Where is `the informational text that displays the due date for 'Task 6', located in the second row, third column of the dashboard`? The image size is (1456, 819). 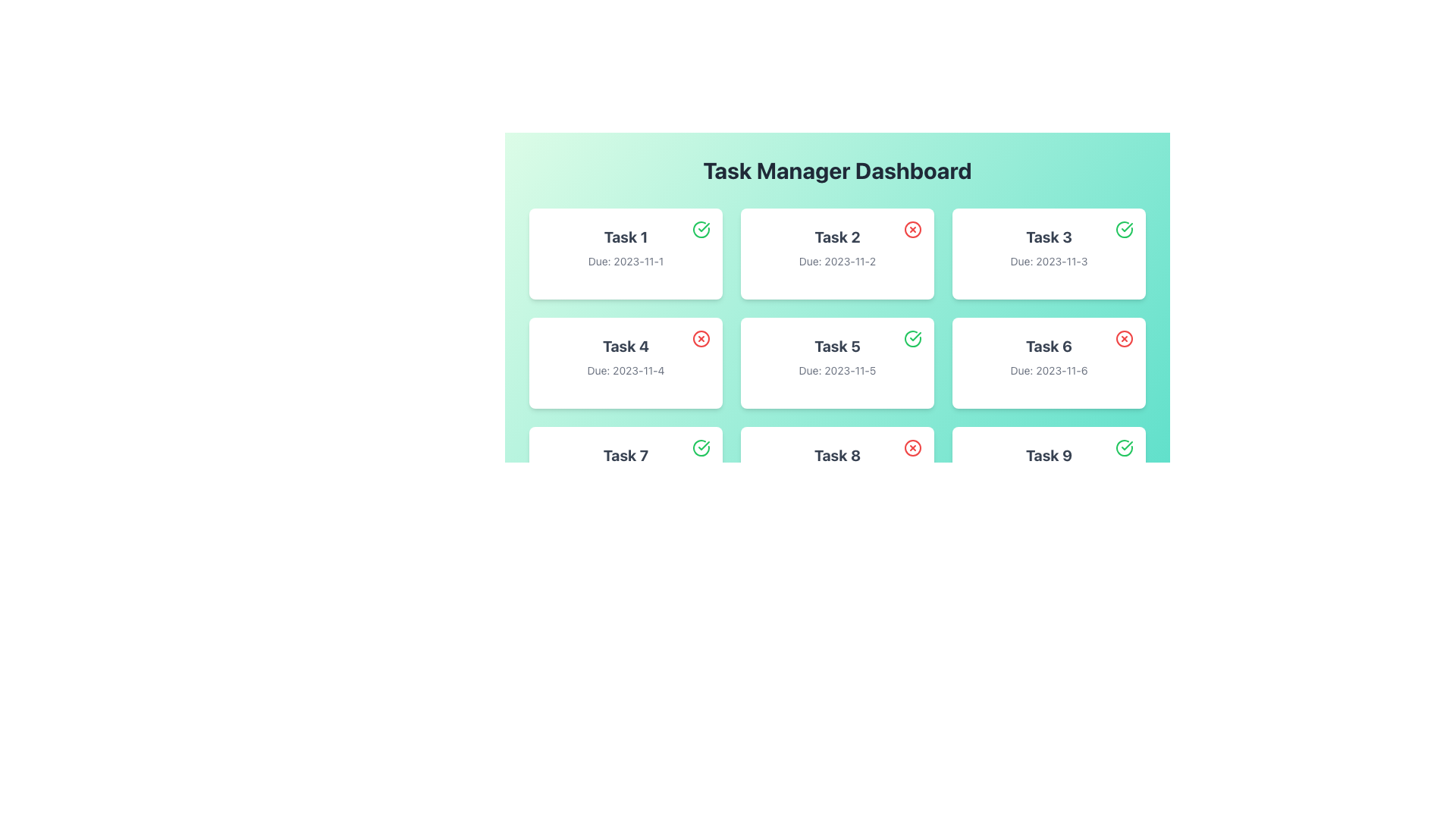 the informational text that displays the due date for 'Task 6', located in the second row, third column of the dashboard is located at coordinates (1048, 371).